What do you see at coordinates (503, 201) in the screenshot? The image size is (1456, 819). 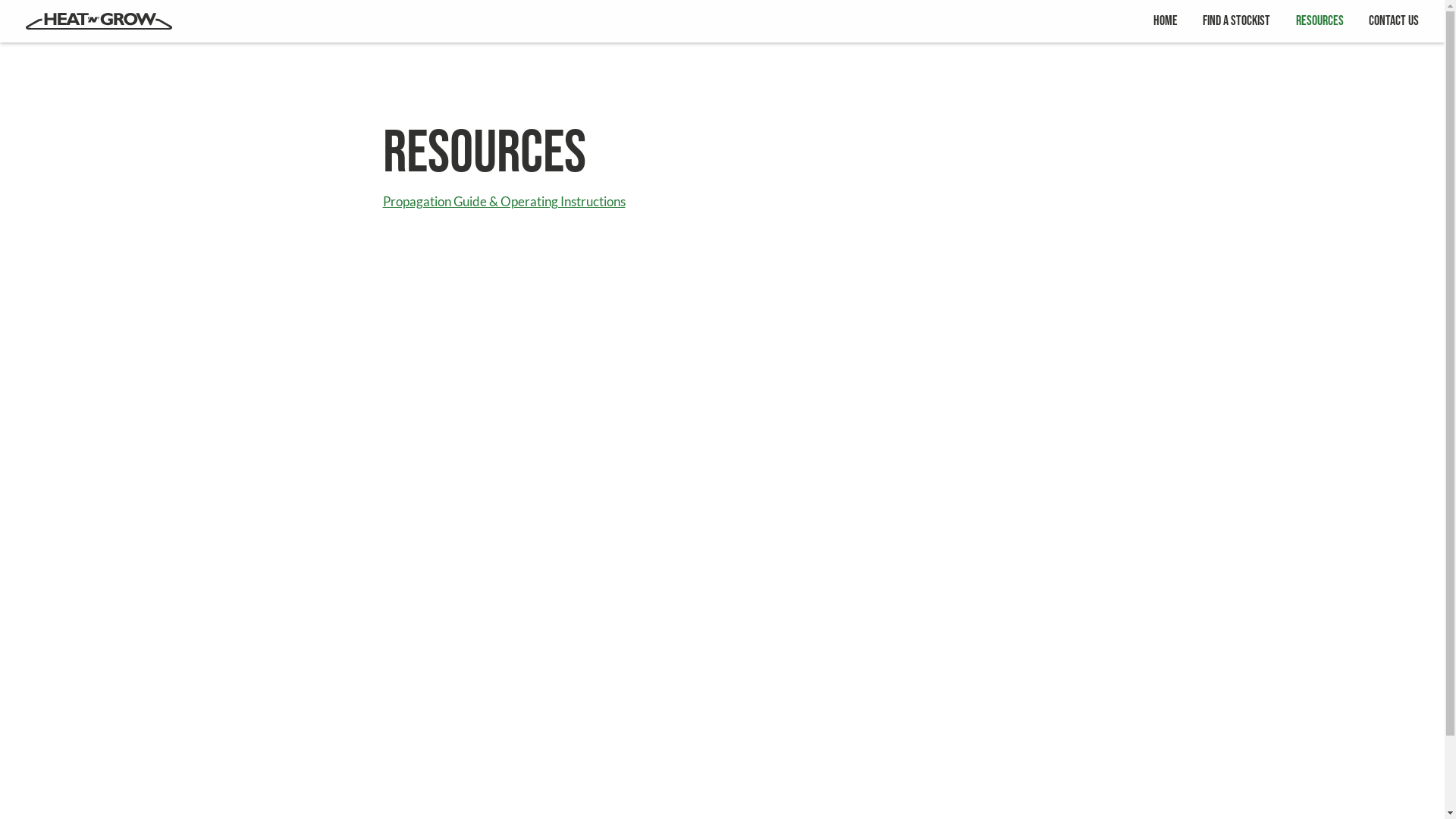 I see `'Propagation Guide & Operating Instructions'` at bounding box center [503, 201].